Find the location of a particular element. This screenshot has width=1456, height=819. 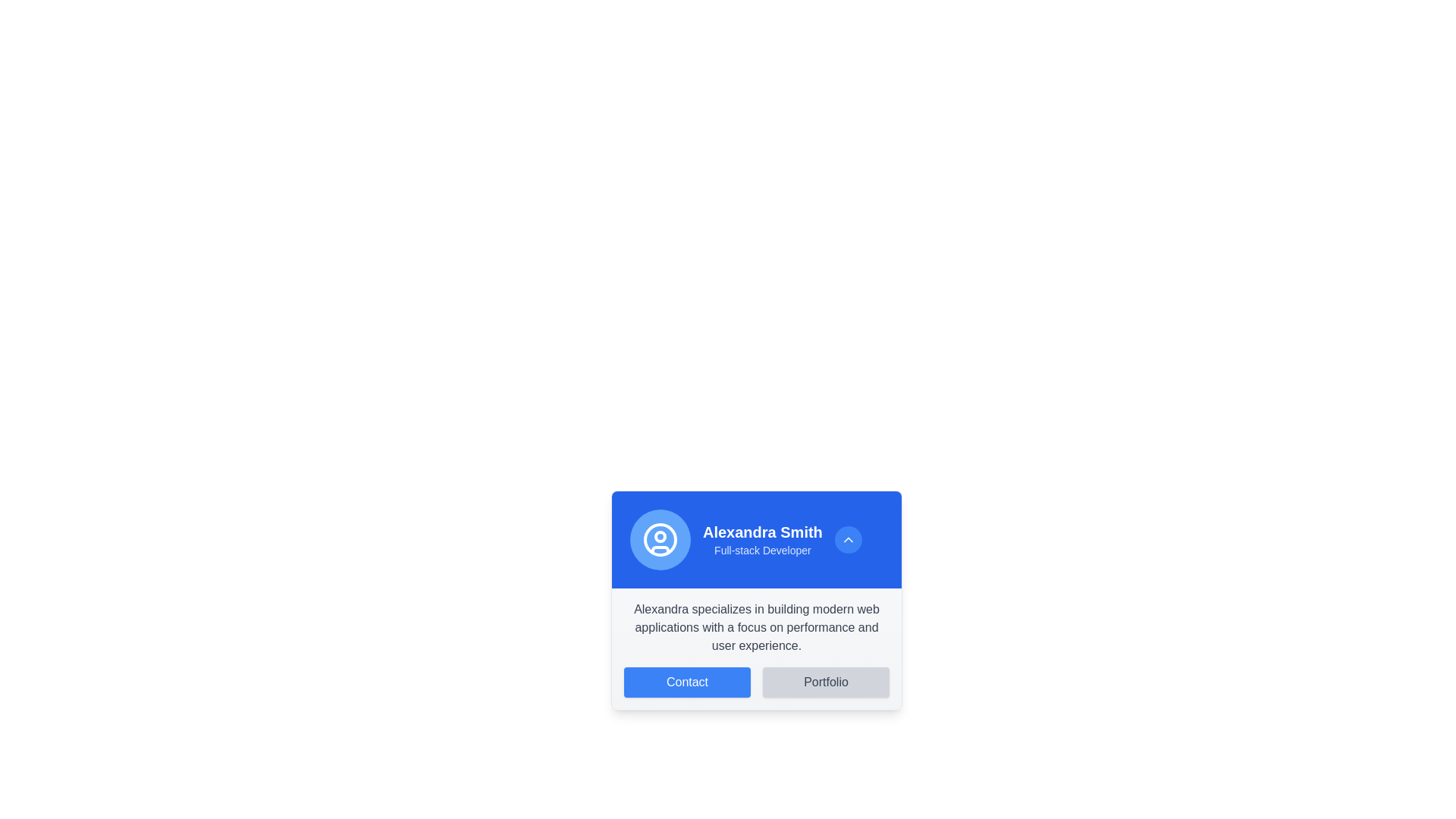

the upward-pointing chevron icon on the blue circular background located in the top-right corner of the blue header section within the profile details card is located at coordinates (847, 539).